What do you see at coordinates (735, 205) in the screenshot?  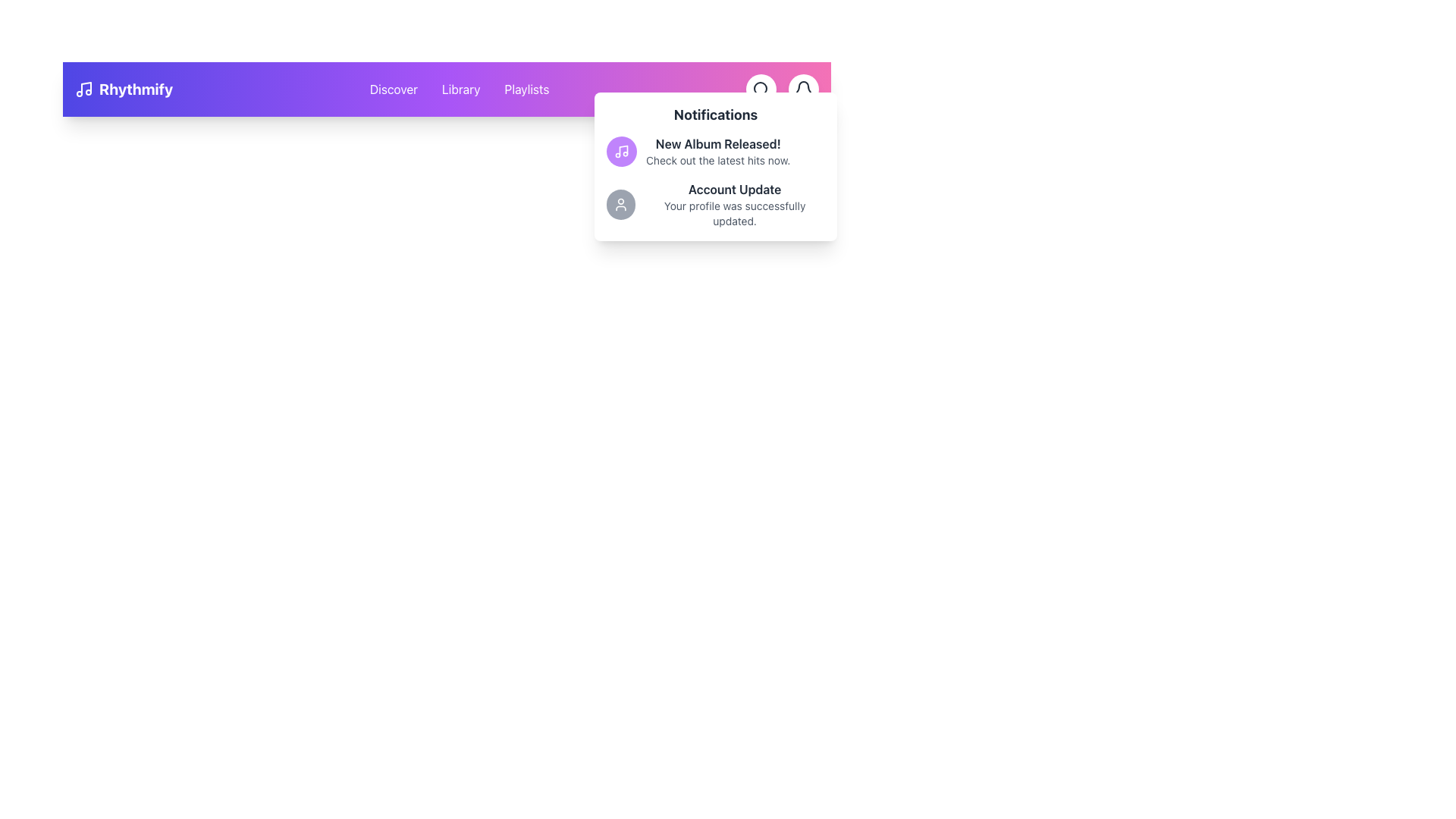 I see `the static text content that notifies the user about a successful profile update, which is the second notification entry beneath the 'New Album Released!' notification` at bounding box center [735, 205].